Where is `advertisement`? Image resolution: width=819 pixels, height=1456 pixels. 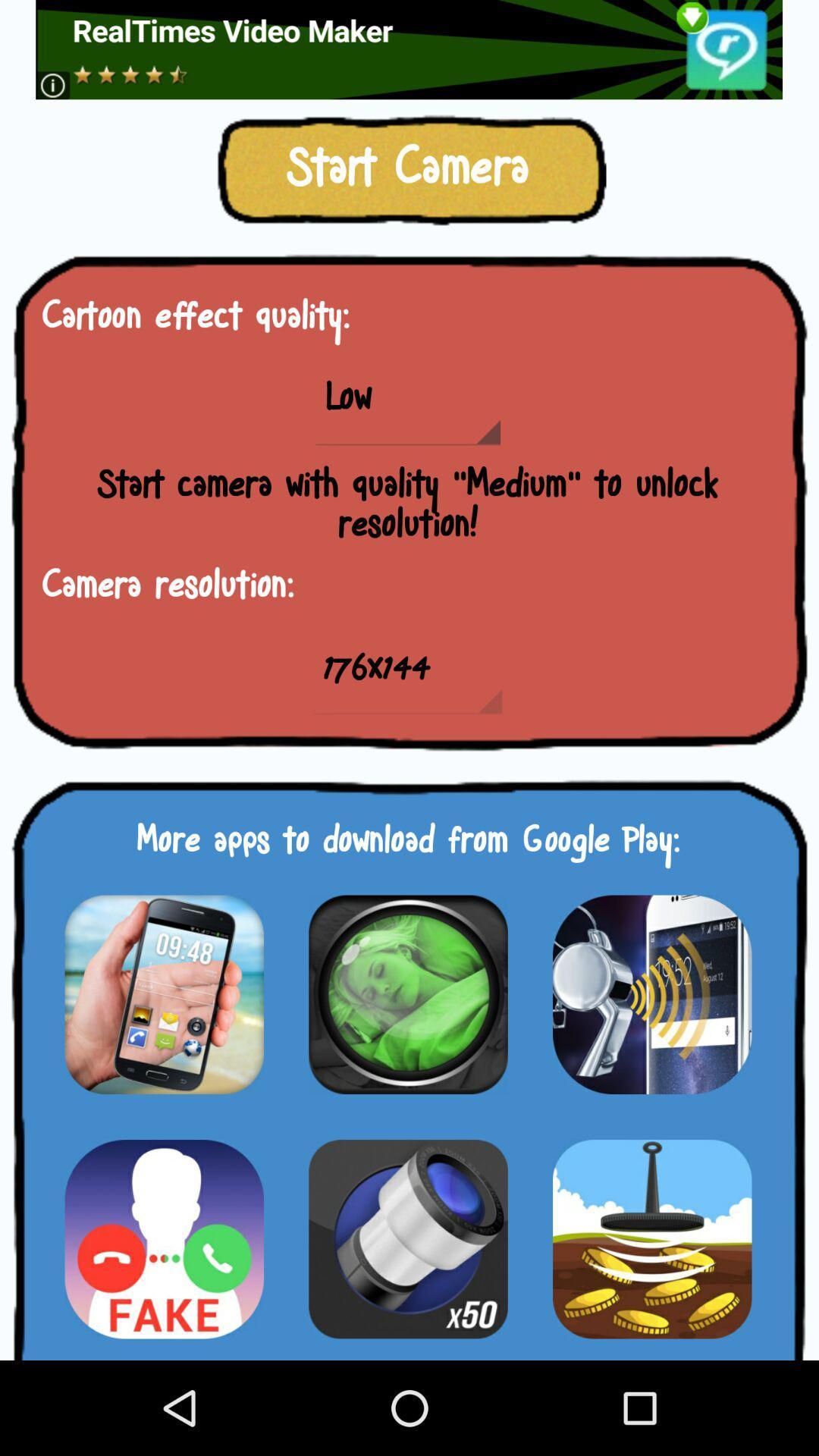 advertisement is located at coordinates (407, 1238).